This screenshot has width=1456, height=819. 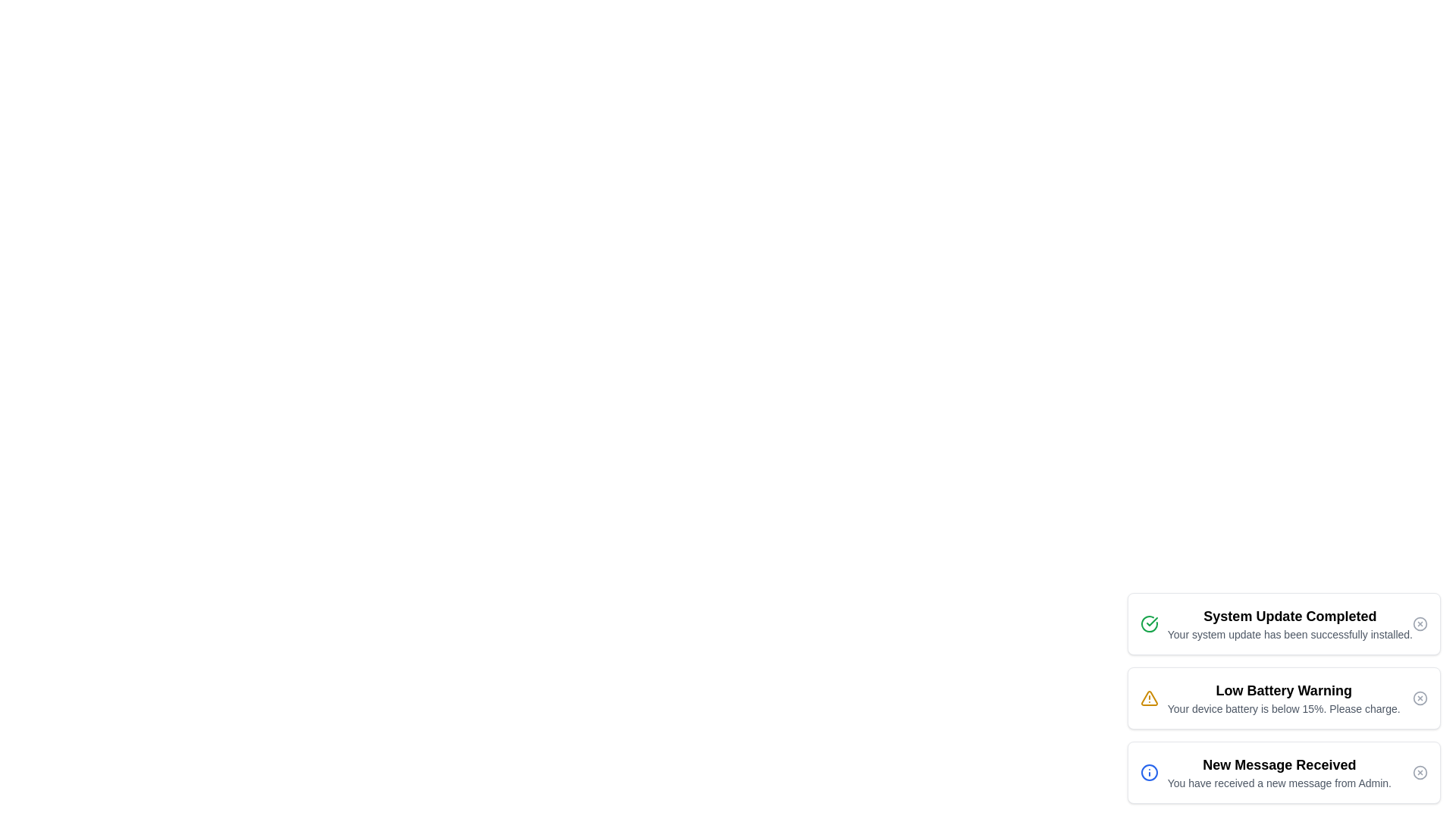 What do you see at coordinates (1289, 617) in the screenshot?
I see `the Text element that serves as the title for the system update notification, positioned at the top of the vertical list of notifications on the right side of the interface` at bounding box center [1289, 617].